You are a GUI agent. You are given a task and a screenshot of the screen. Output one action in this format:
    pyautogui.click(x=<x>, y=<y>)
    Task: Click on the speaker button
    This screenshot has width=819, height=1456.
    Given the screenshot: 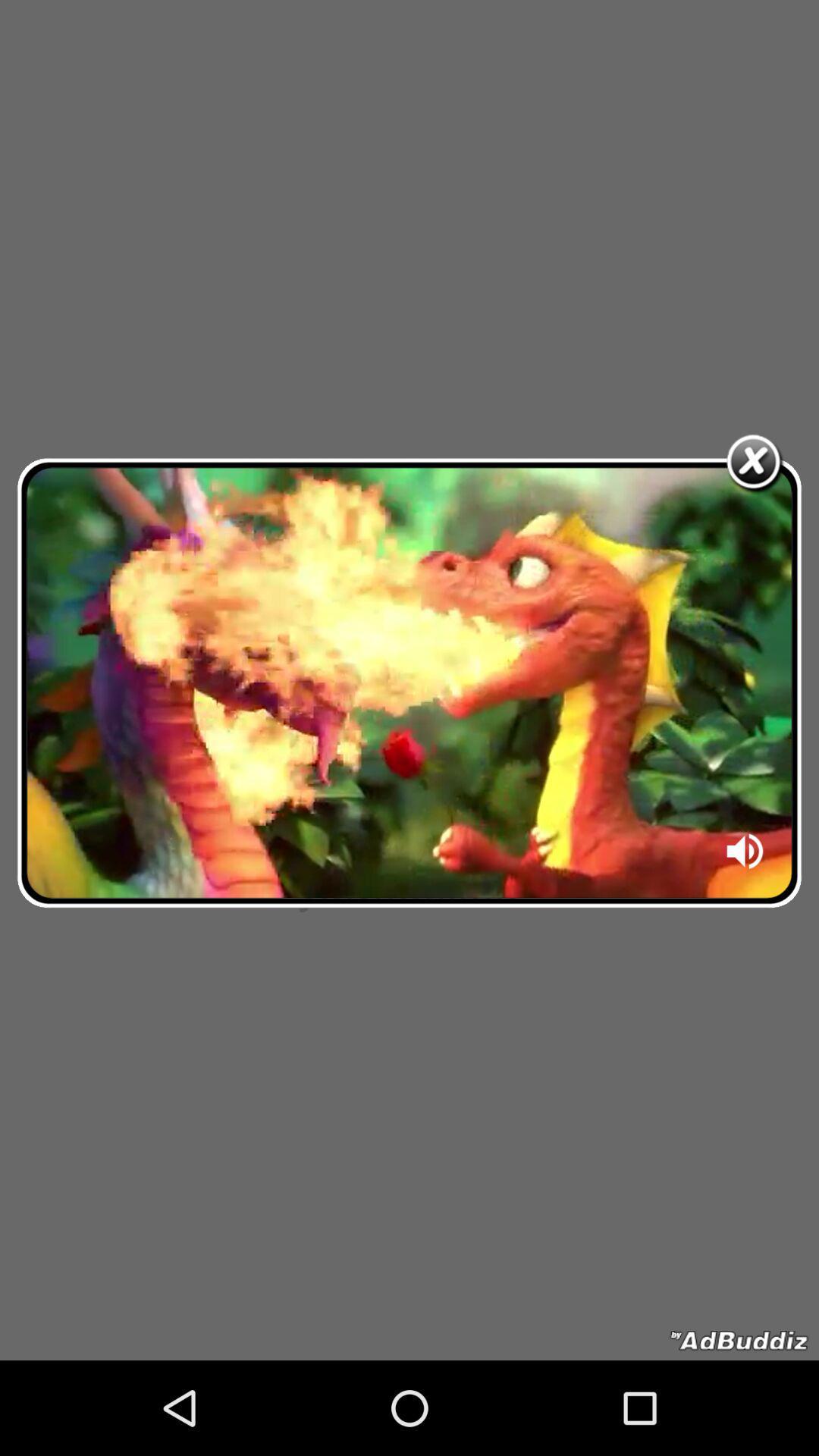 What is the action you would take?
    pyautogui.click(x=745, y=856)
    